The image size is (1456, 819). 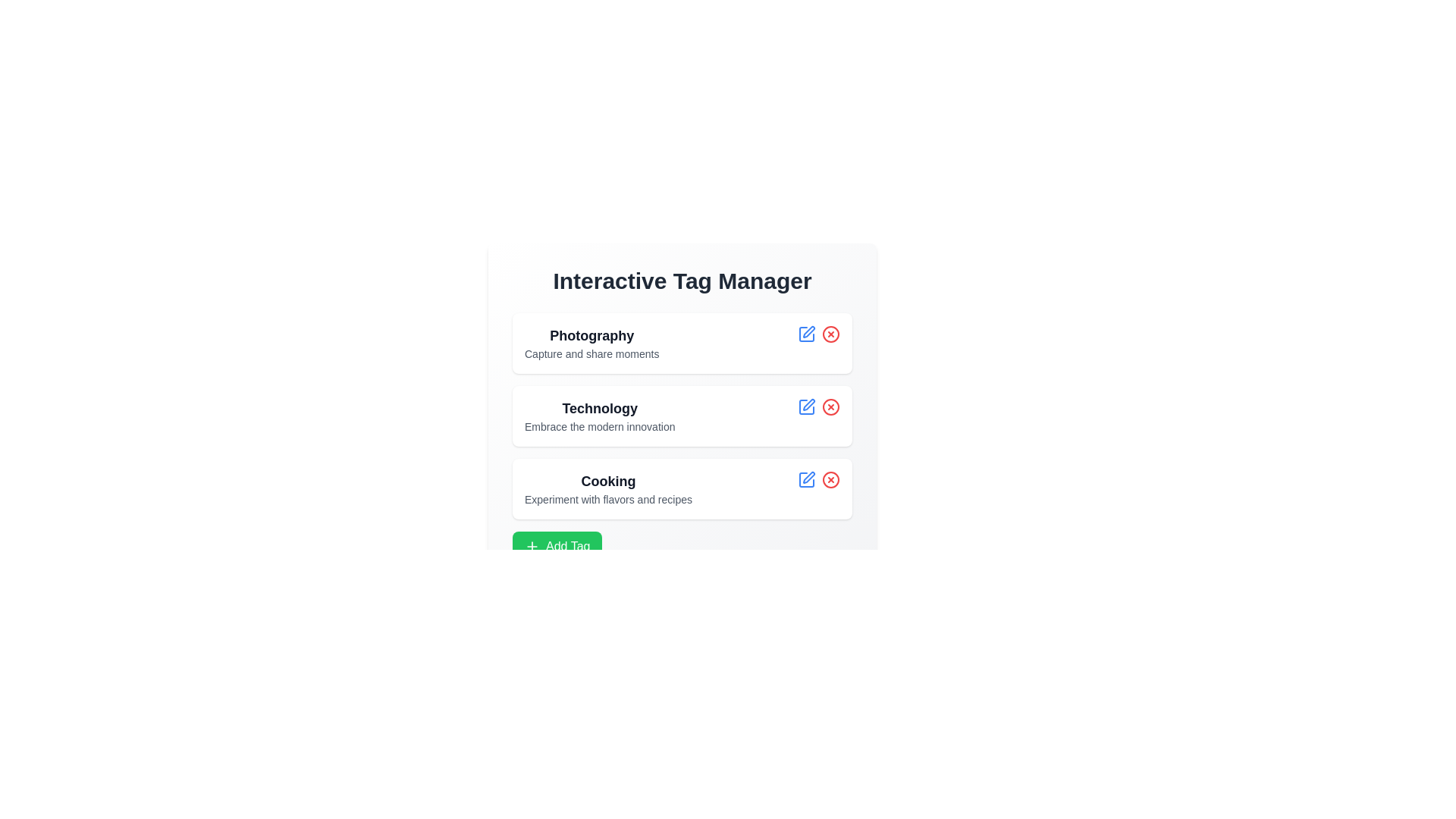 I want to click on the delete icon button located in the right section of the 'Photography' row, so click(x=830, y=333).